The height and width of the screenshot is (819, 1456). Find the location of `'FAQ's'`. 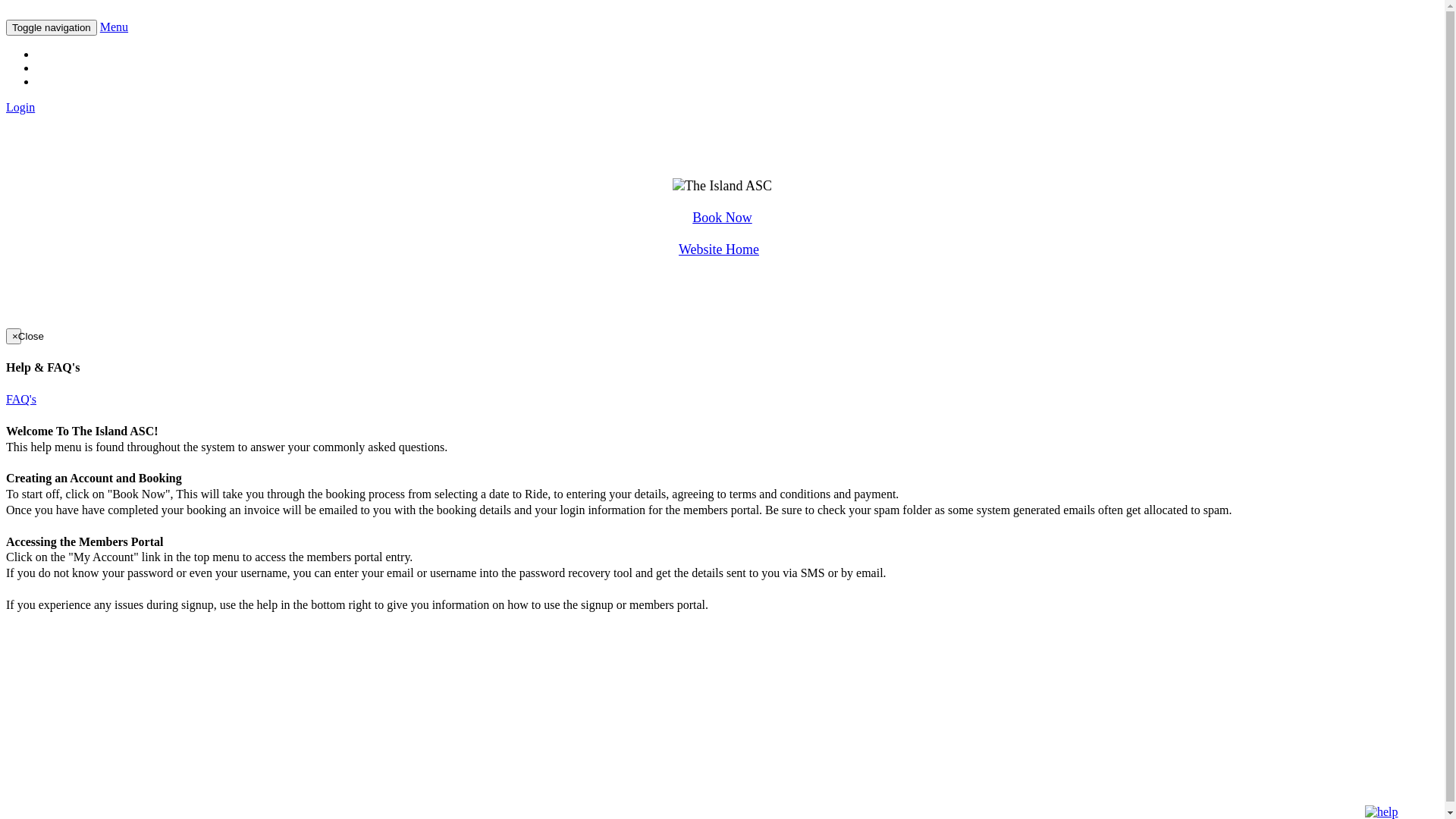

'FAQ's' is located at coordinates (21, 398).